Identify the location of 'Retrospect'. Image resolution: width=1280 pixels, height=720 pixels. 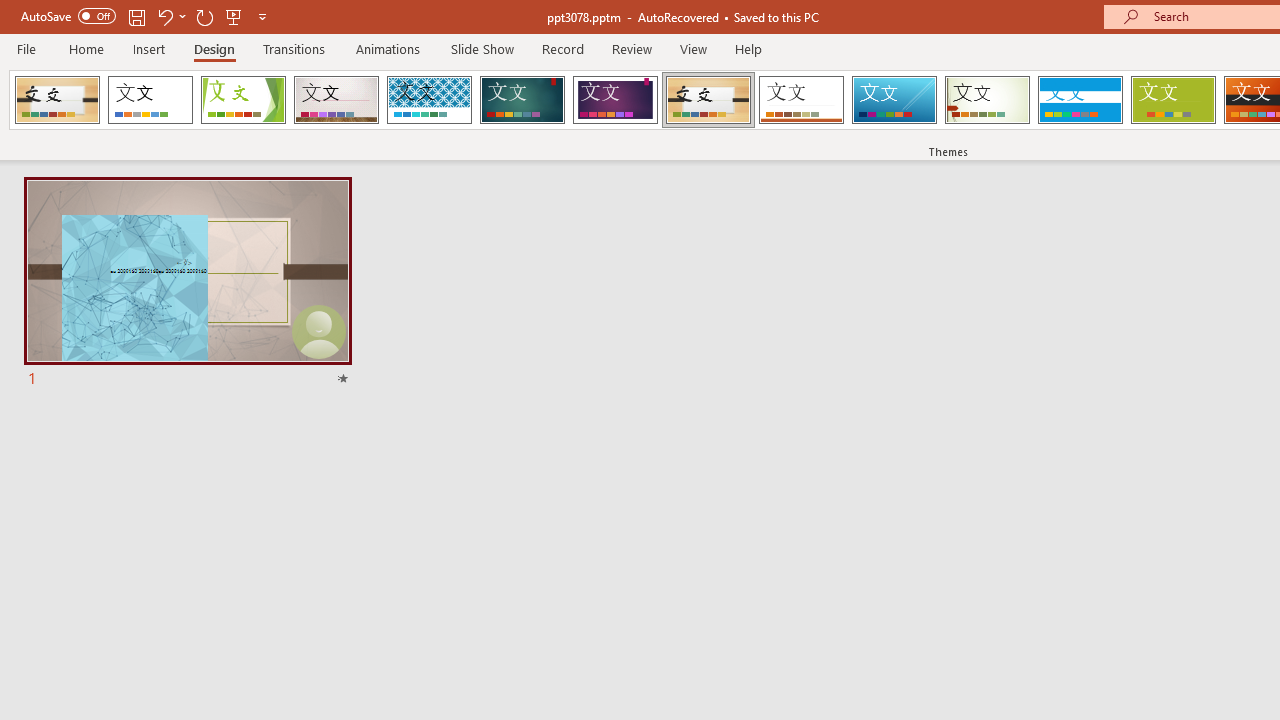
(801, 100).